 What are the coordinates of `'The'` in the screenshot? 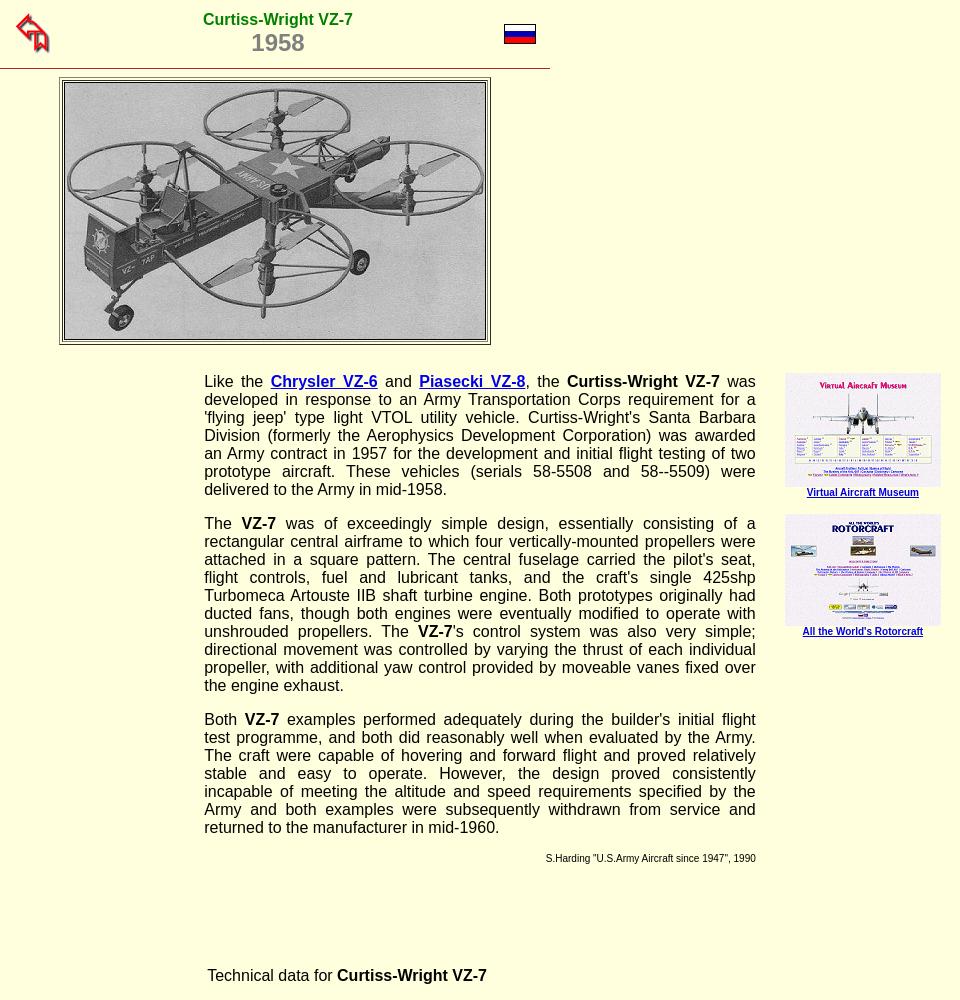 It's located at (222, 523).